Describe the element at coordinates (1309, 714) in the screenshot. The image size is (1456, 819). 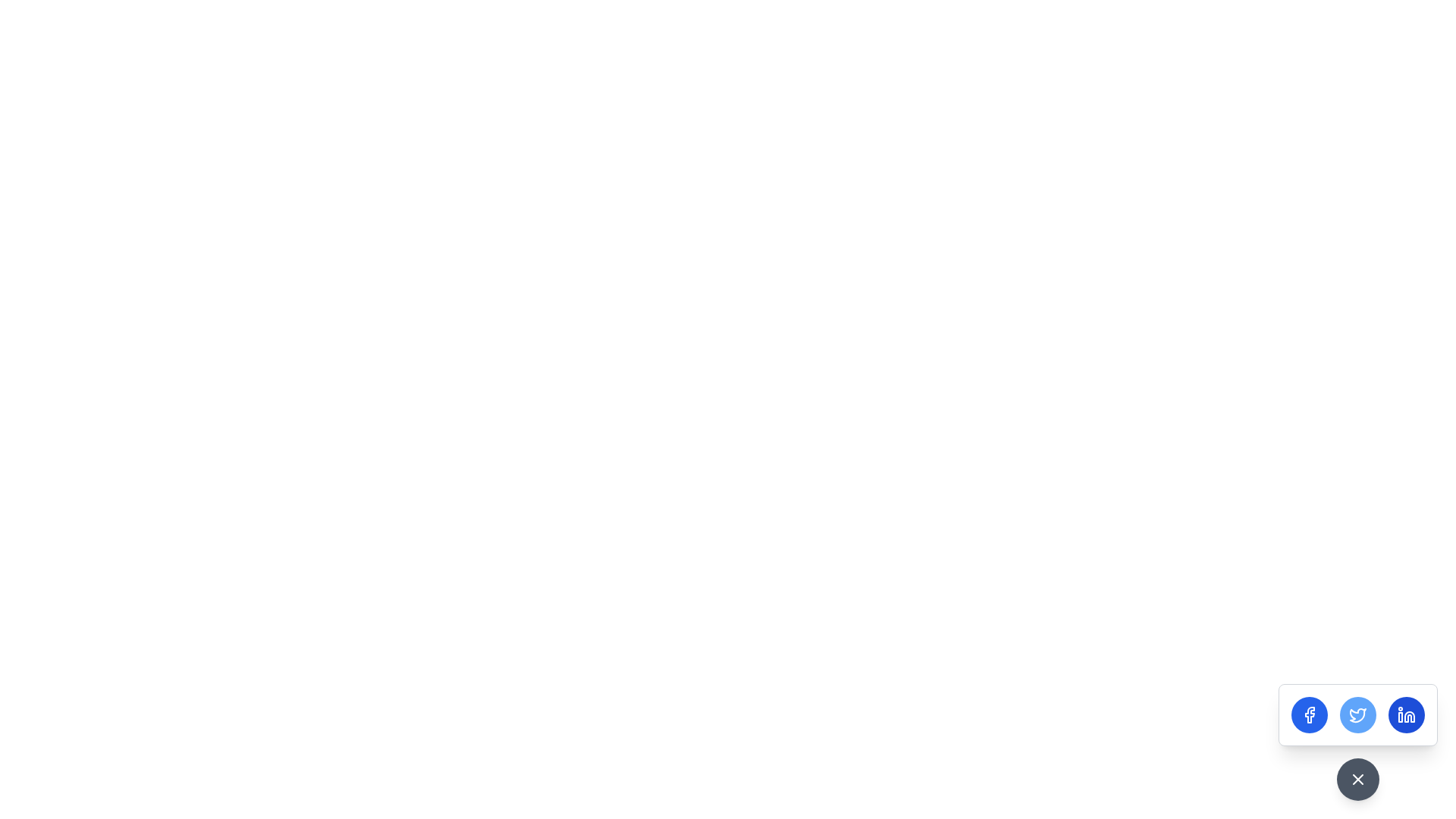
I see `the Facebook icon button located in the bottom-right corner of the interface, which is the first among a horizontal row of three icons` at that location.